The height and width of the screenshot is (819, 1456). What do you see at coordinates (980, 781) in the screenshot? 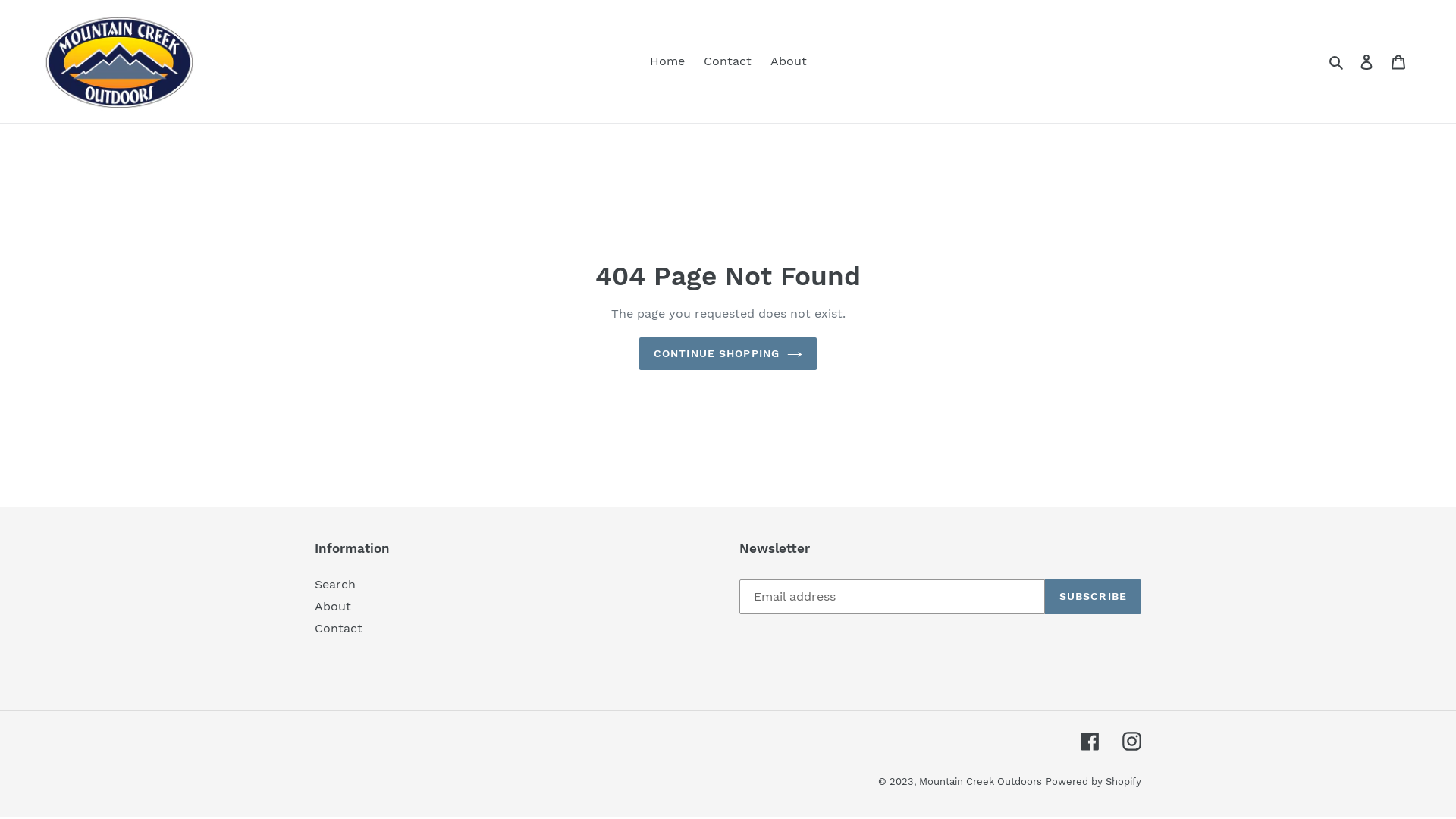
I see `'Mountain Creek Outdoors'` at bounding box center [980, 781].